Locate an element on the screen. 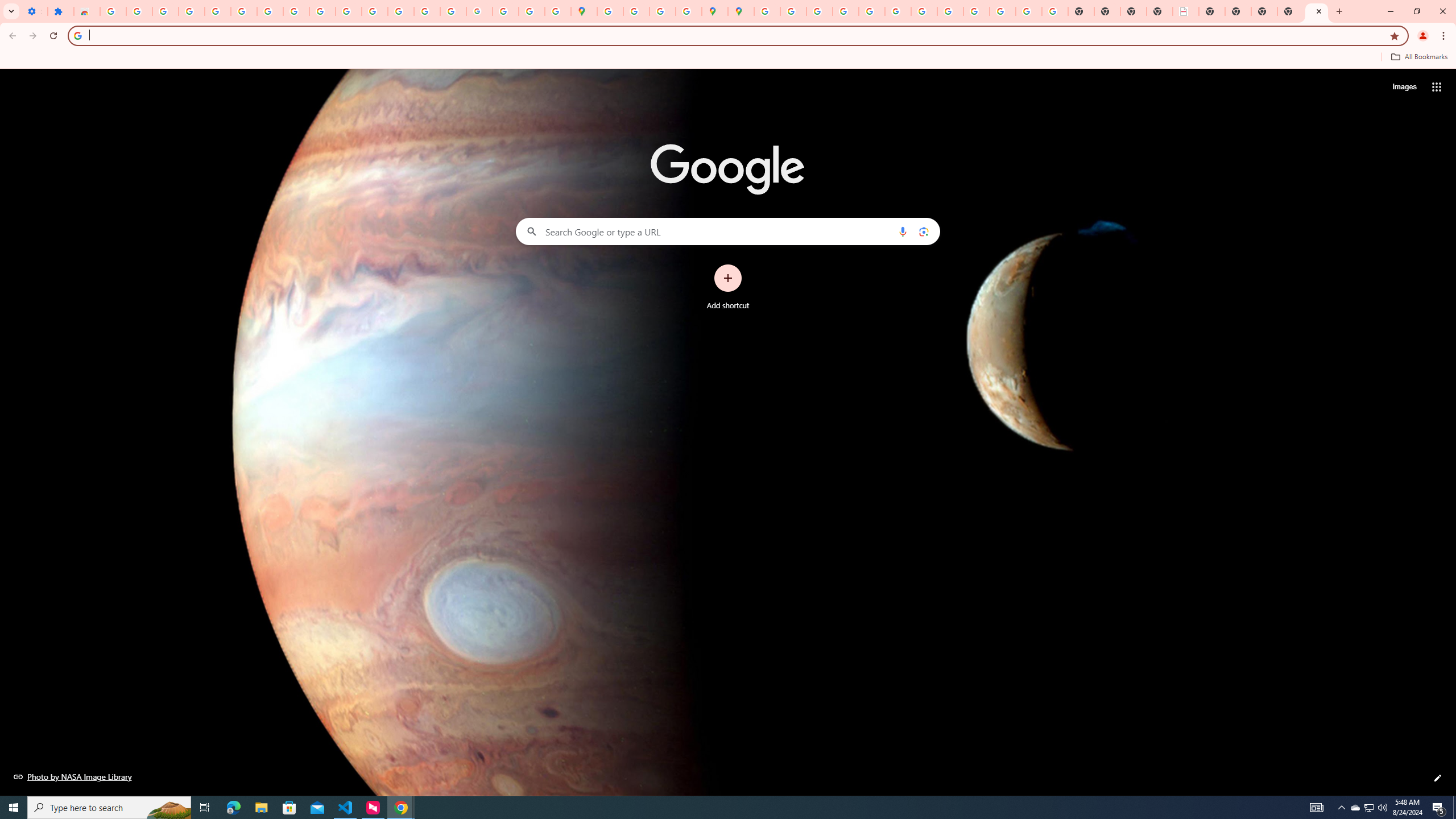  'Google Maps' is located at coordinates (584, 11).